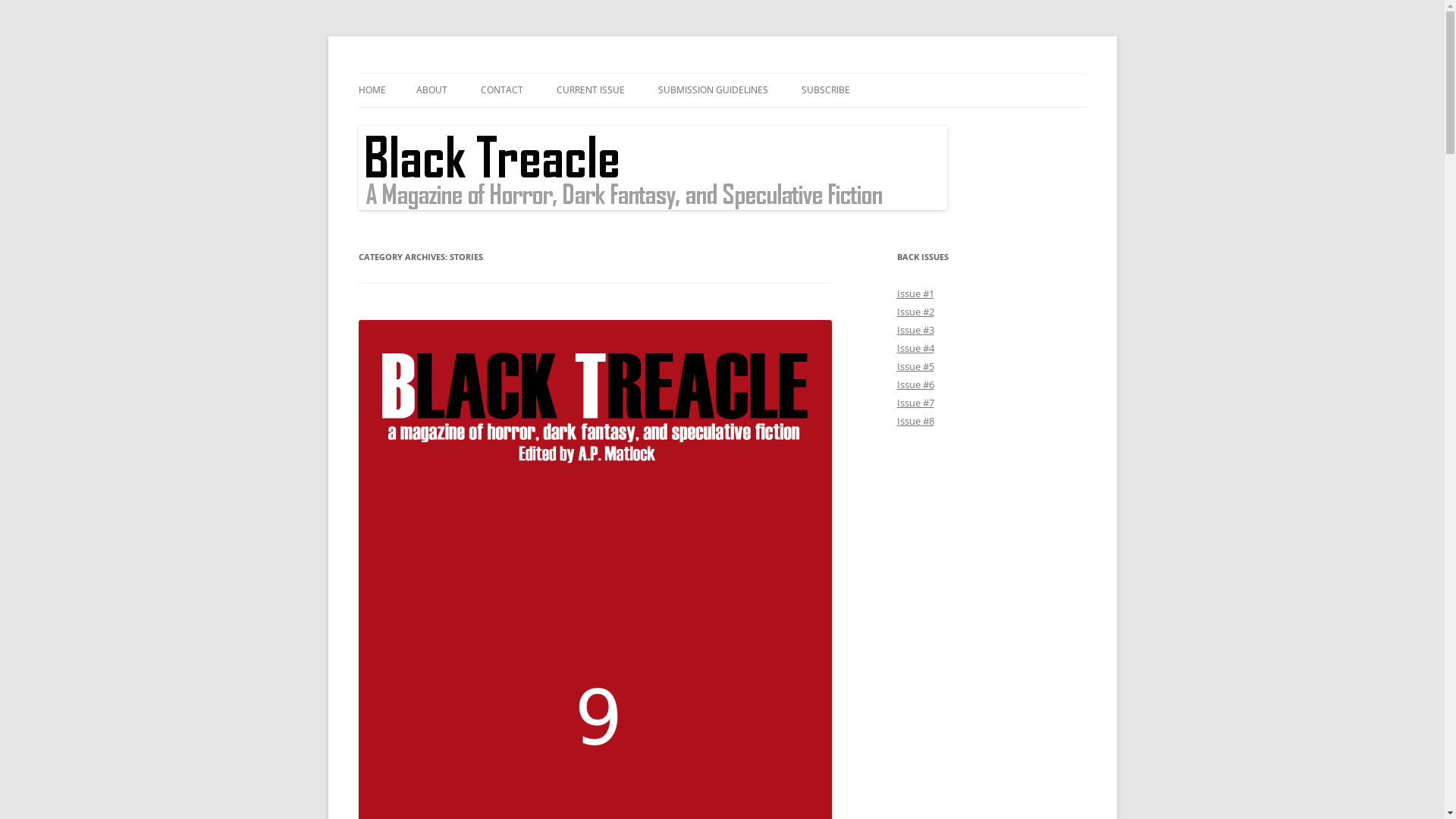  What do you see at coordinates (430, 90) in the screenshot?
I see `'ABOUT'` at bounding box center [430, 90].